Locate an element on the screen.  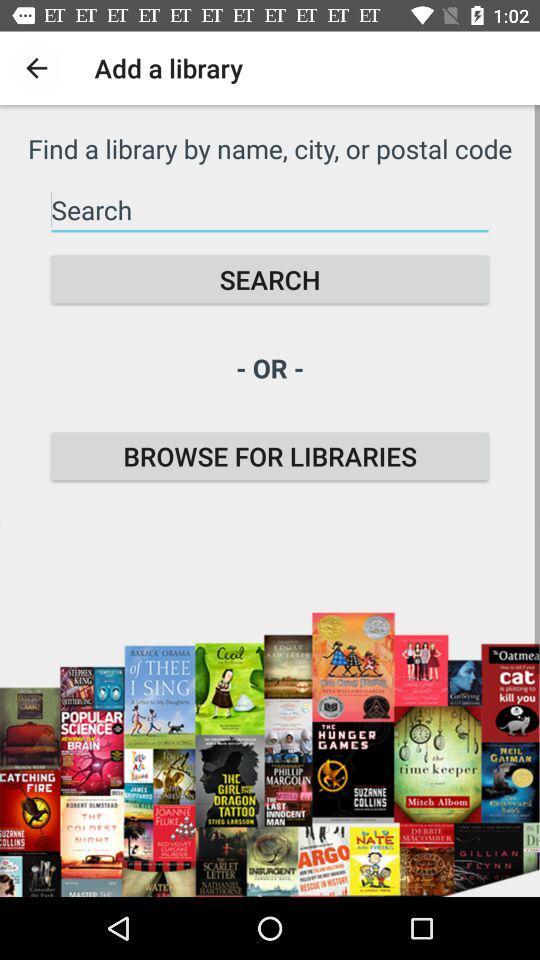
the icon to the left of add a library icon is located at coordinates (36, 68).